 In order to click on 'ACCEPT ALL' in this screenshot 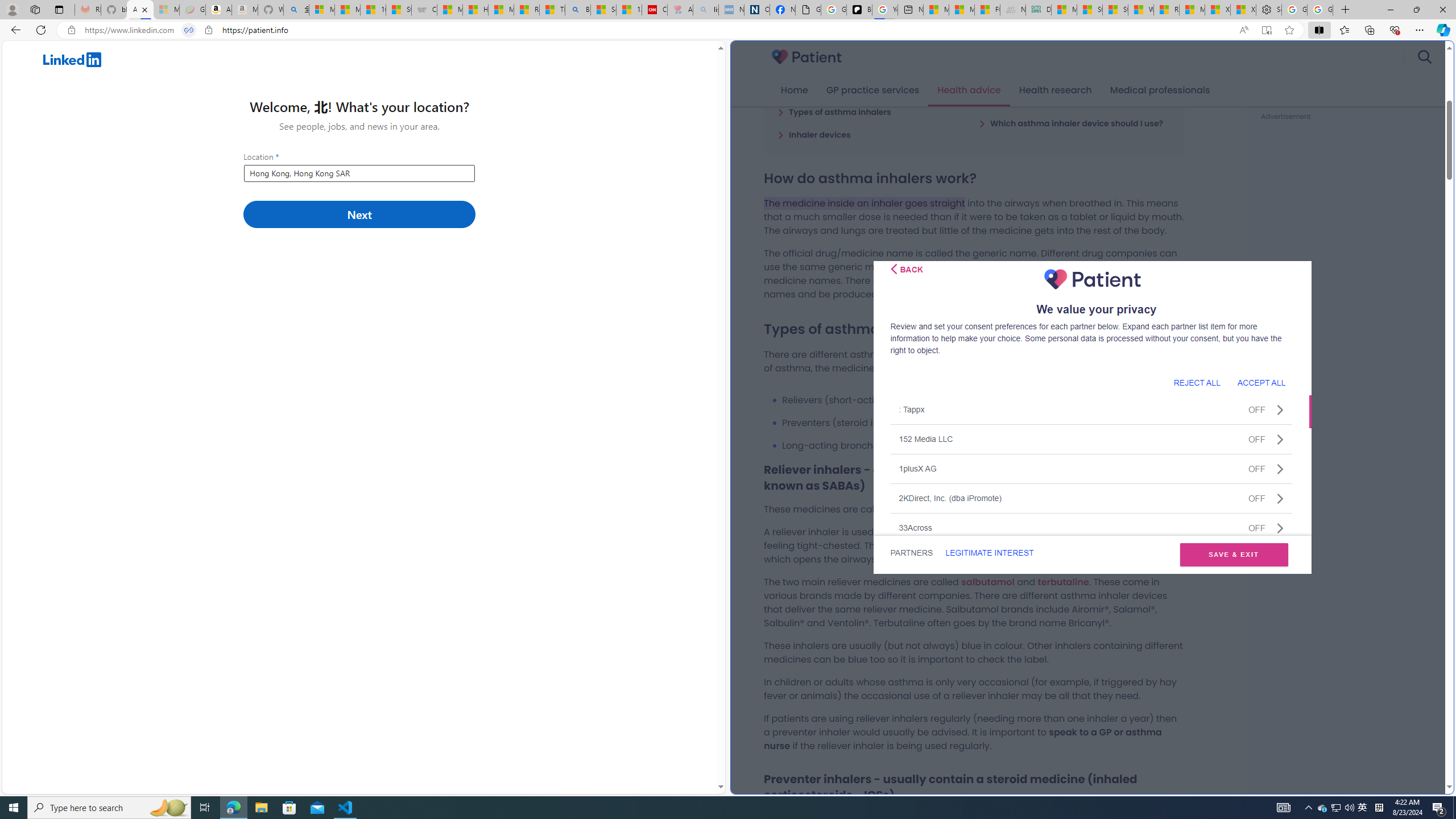, I will do `click(1261, 382)`.